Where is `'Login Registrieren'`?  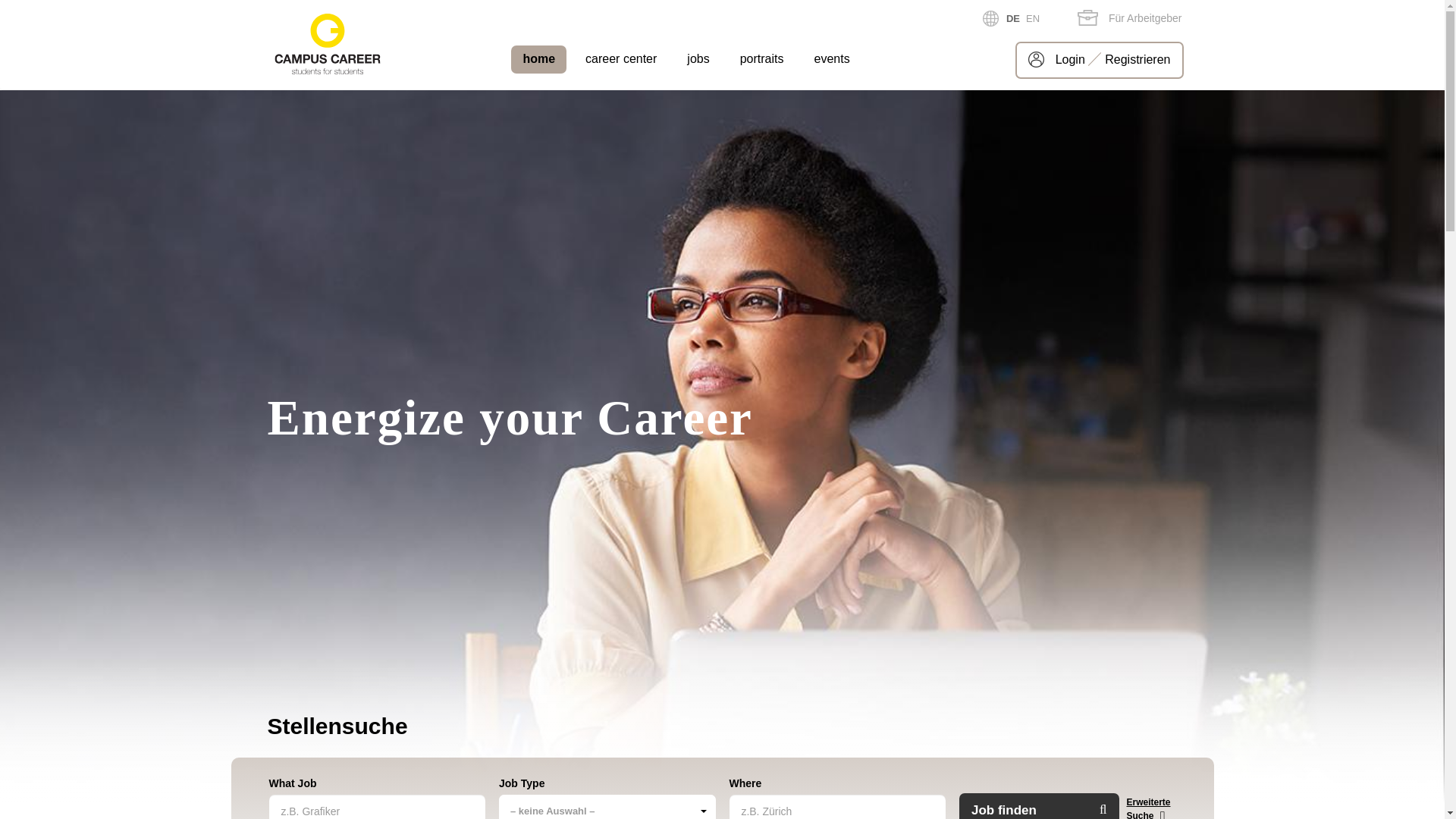
'Login Registrieren' is located at coordinates (1099, 59).